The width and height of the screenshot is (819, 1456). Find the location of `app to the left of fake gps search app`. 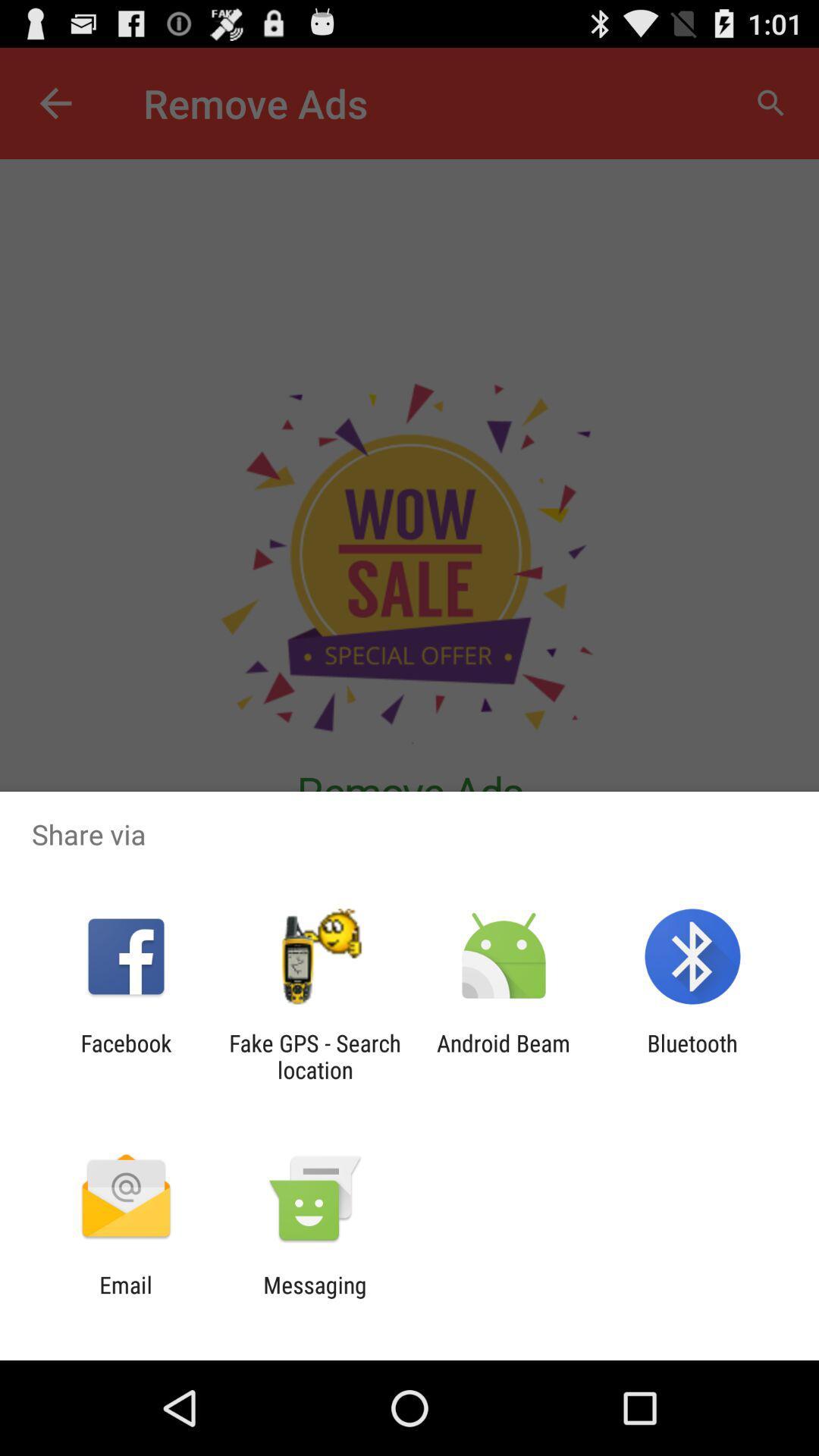

app to the left of fake gps search app is located at coordinates (125, 1056).